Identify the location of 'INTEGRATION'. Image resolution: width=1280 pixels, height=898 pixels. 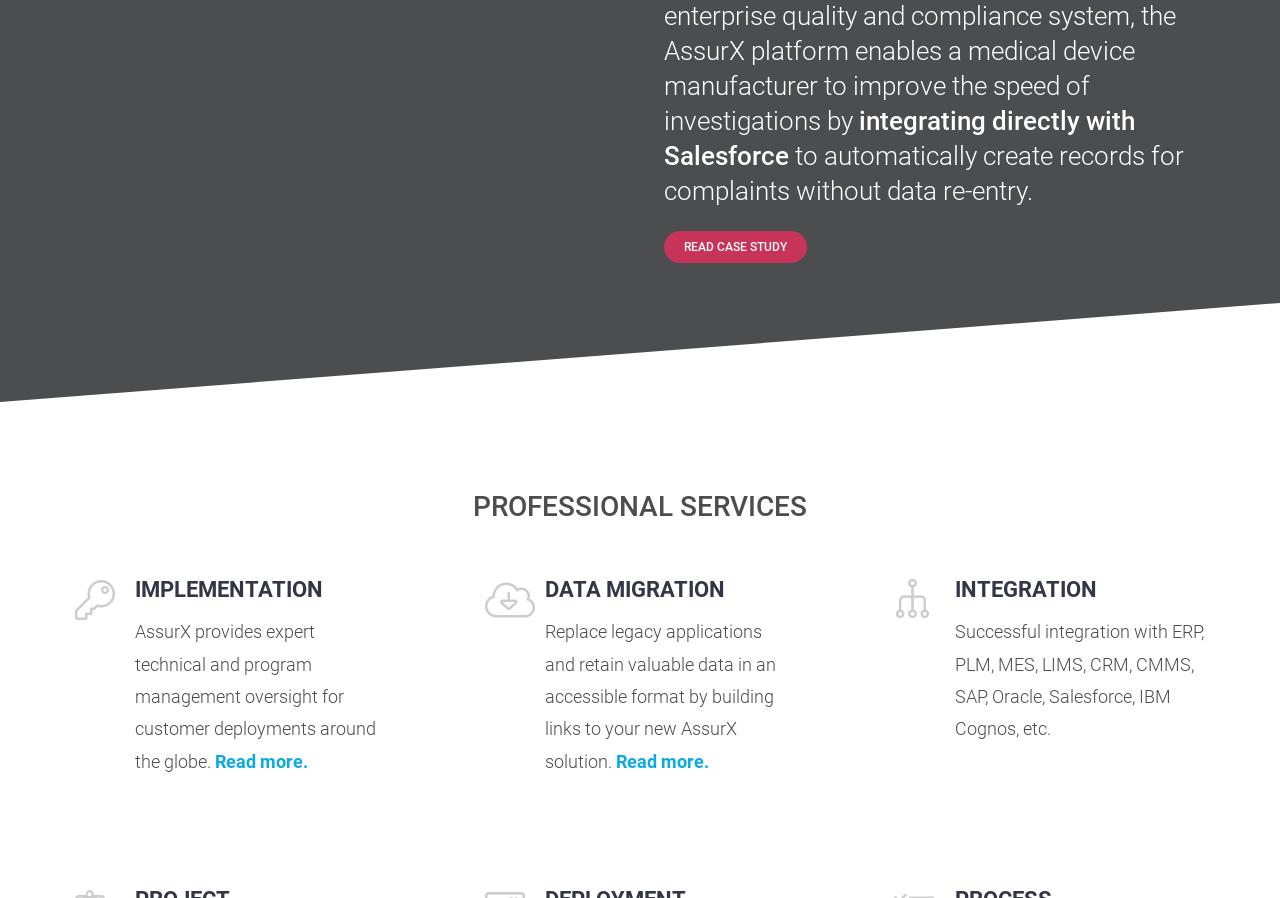
(1026, 588).